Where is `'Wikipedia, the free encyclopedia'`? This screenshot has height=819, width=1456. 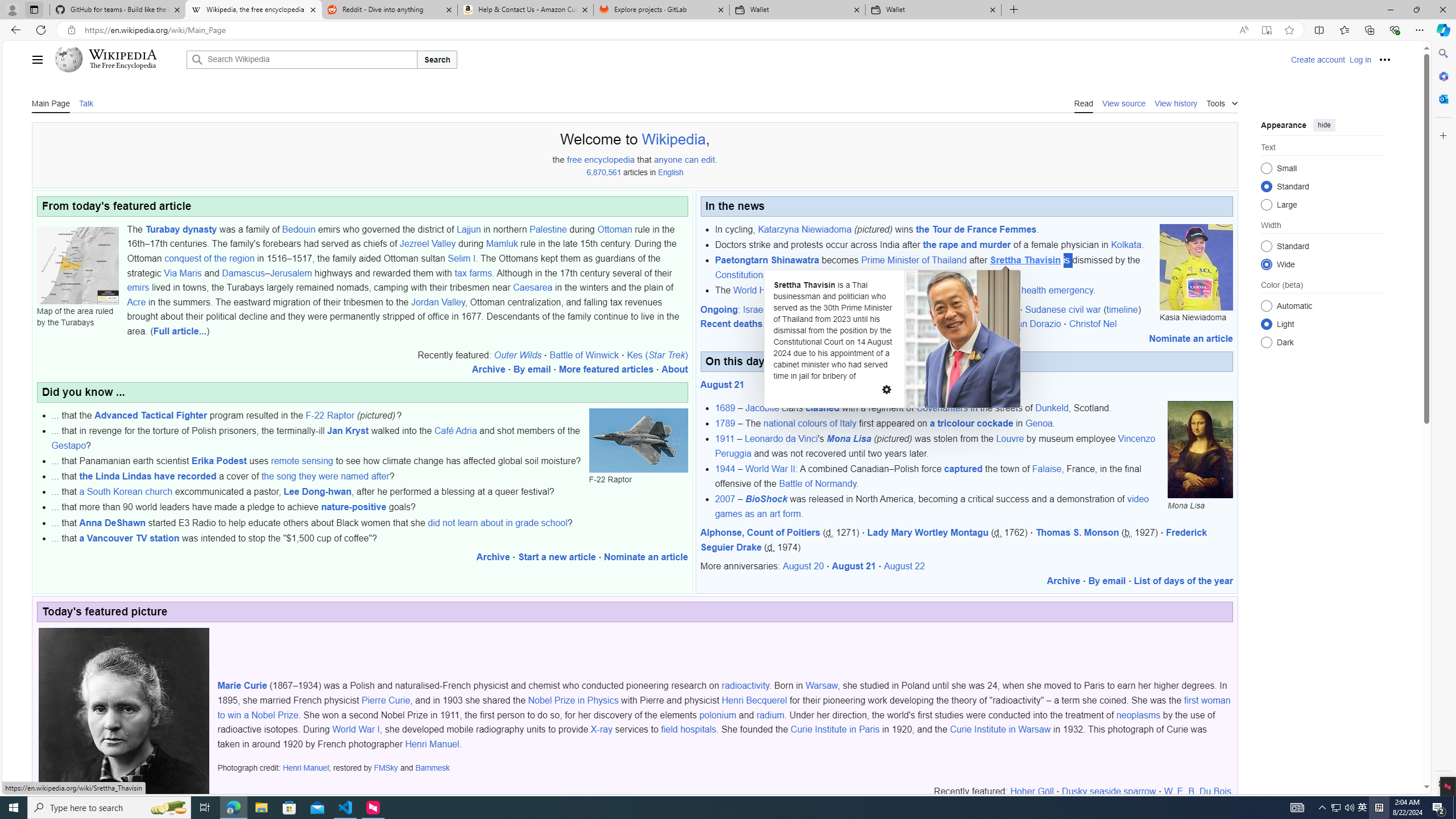
'Wikipedia, the free encyclopedia' is located at coordinates (253, 9).